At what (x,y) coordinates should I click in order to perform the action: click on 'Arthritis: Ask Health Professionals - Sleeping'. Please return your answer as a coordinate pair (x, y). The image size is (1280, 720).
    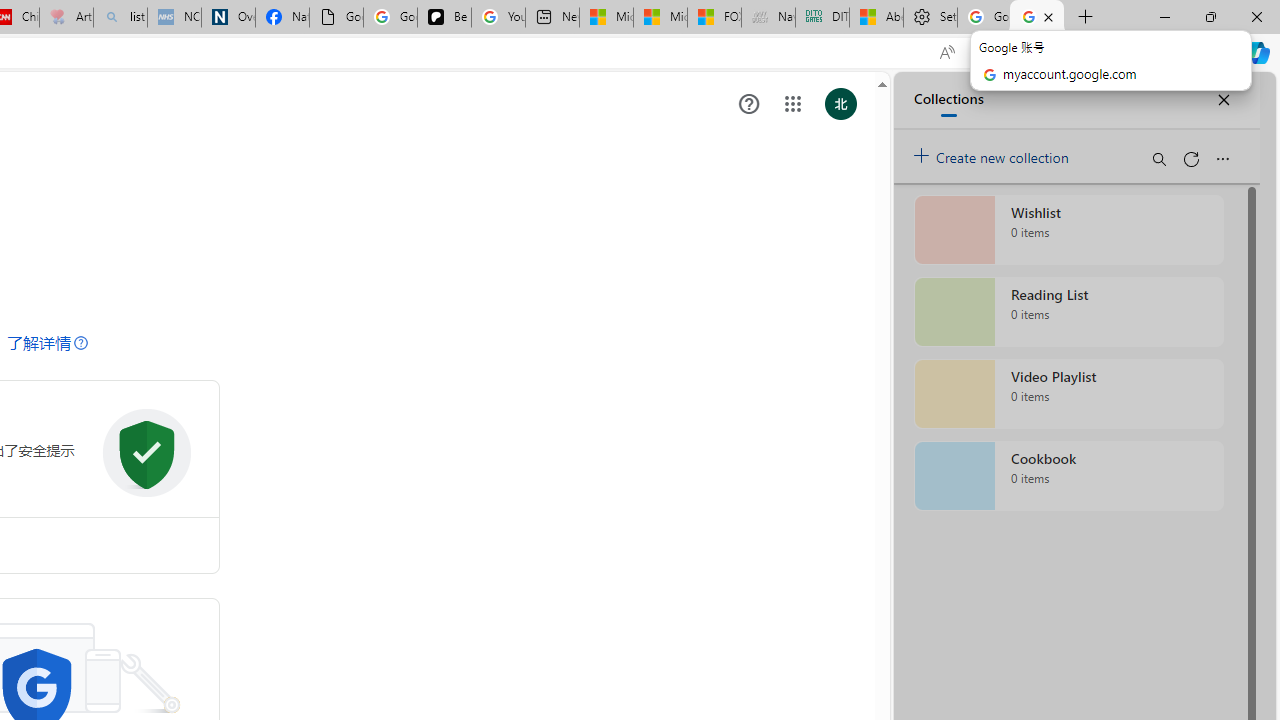
    Looking at the image, I should click on (66, 17).